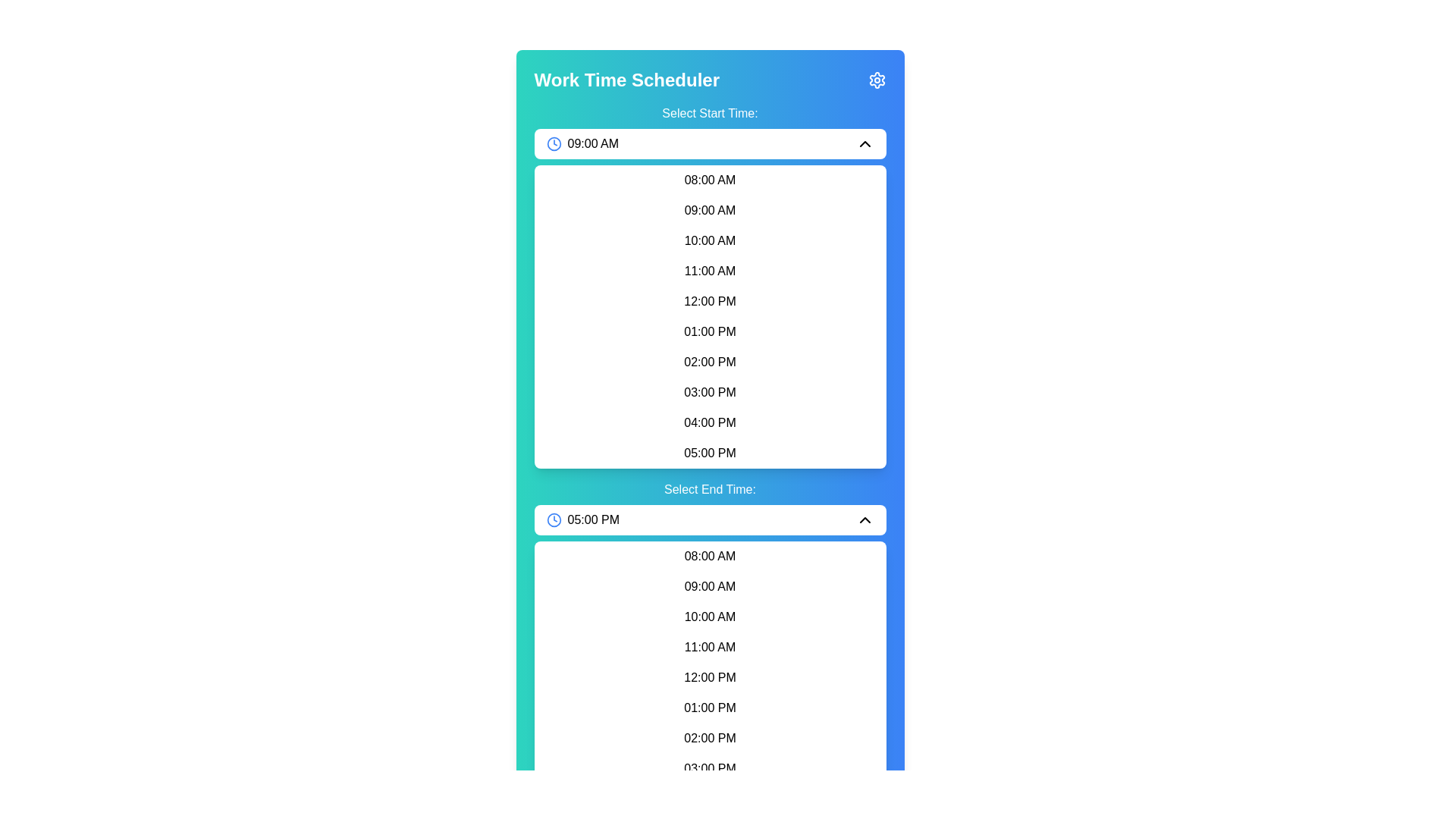  I want to click on the seventh time slot option in the 'Select Start Time' section to set a time value, so click(709, 362).